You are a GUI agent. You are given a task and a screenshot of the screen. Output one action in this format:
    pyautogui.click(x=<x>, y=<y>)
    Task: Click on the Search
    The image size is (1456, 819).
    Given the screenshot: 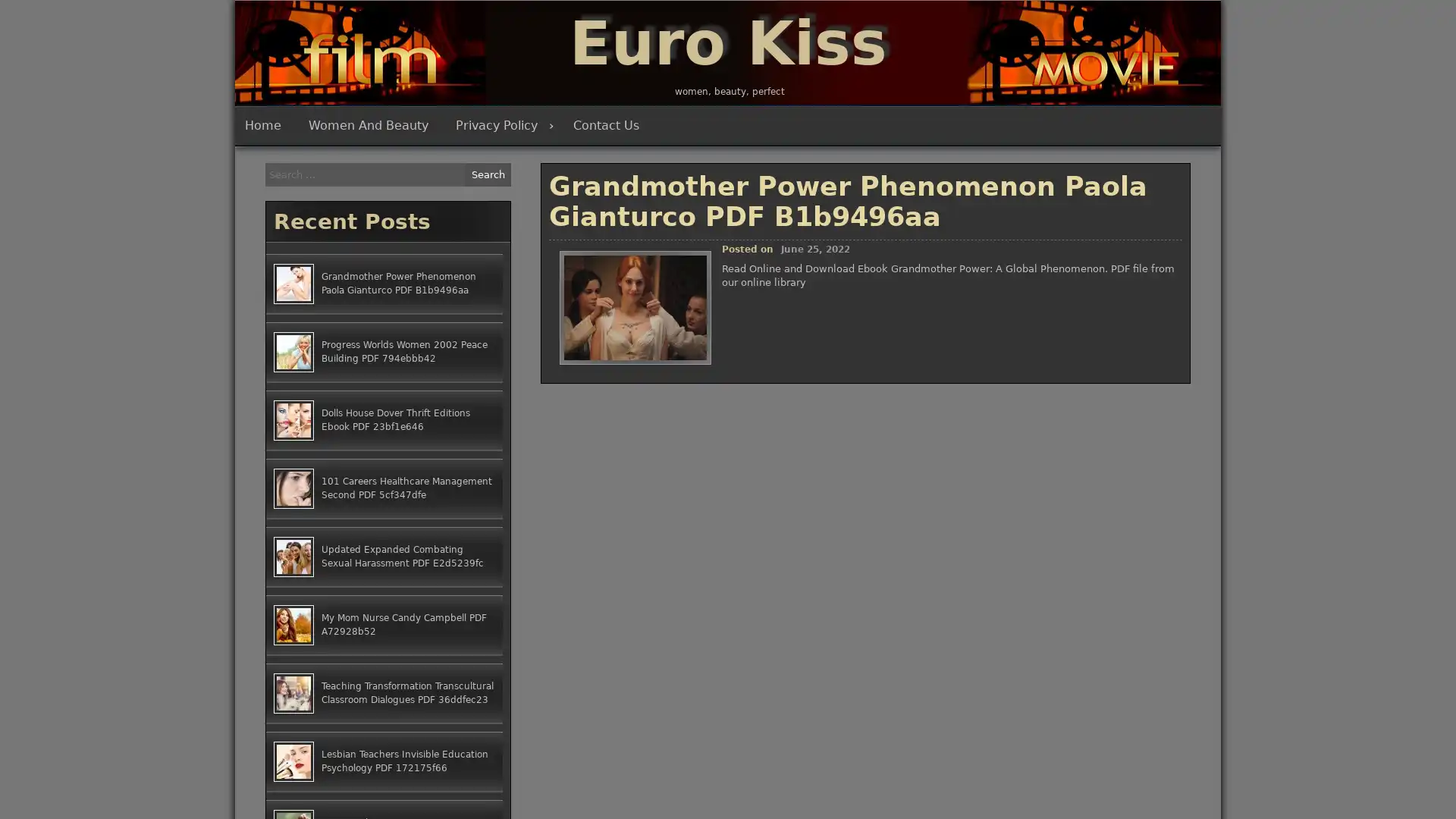 What is the action you would take?
    pyautogui.click(x=488, y=174)
    